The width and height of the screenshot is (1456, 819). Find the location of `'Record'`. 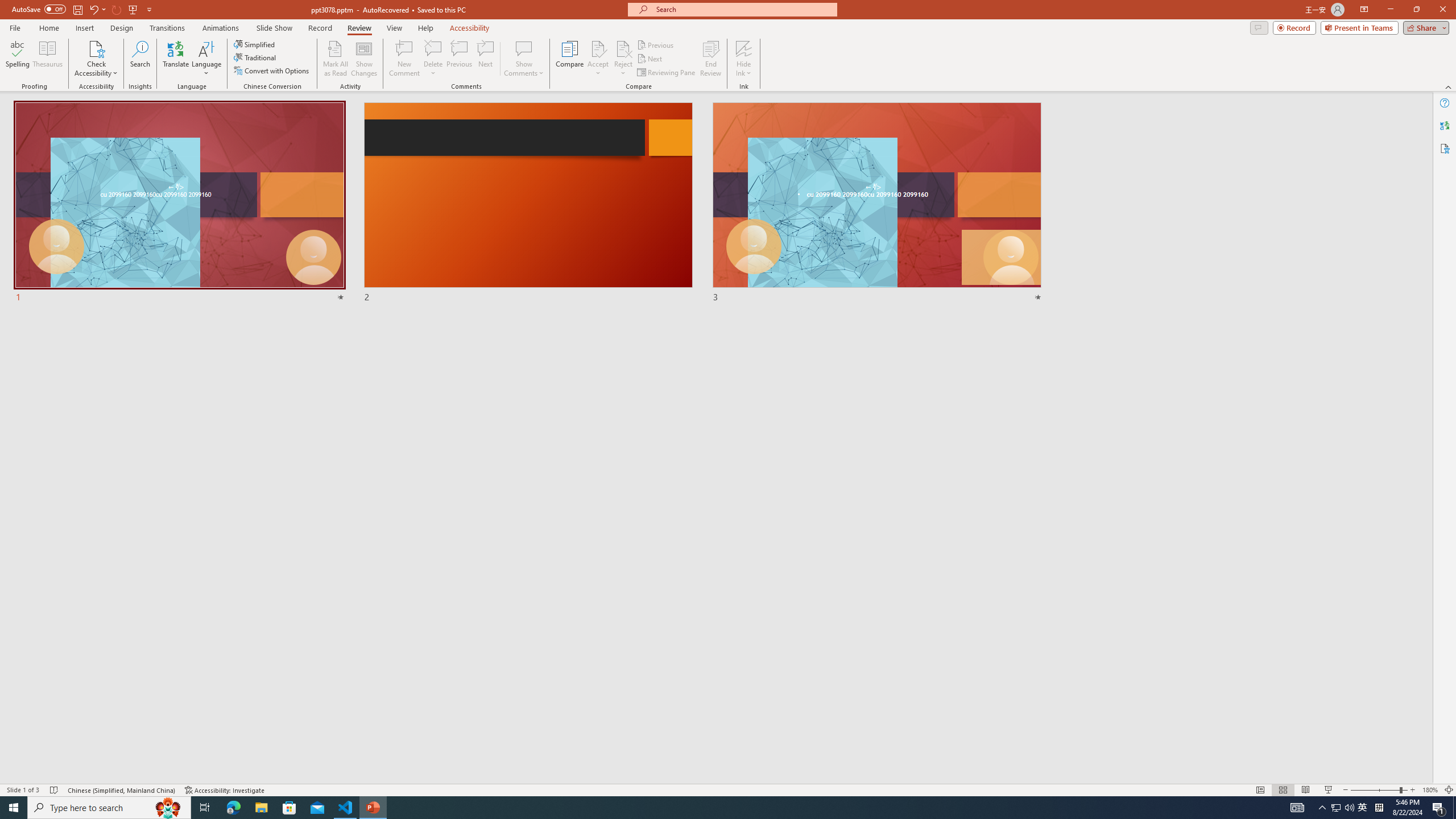

'Record' is located at coordinates (320, 28).